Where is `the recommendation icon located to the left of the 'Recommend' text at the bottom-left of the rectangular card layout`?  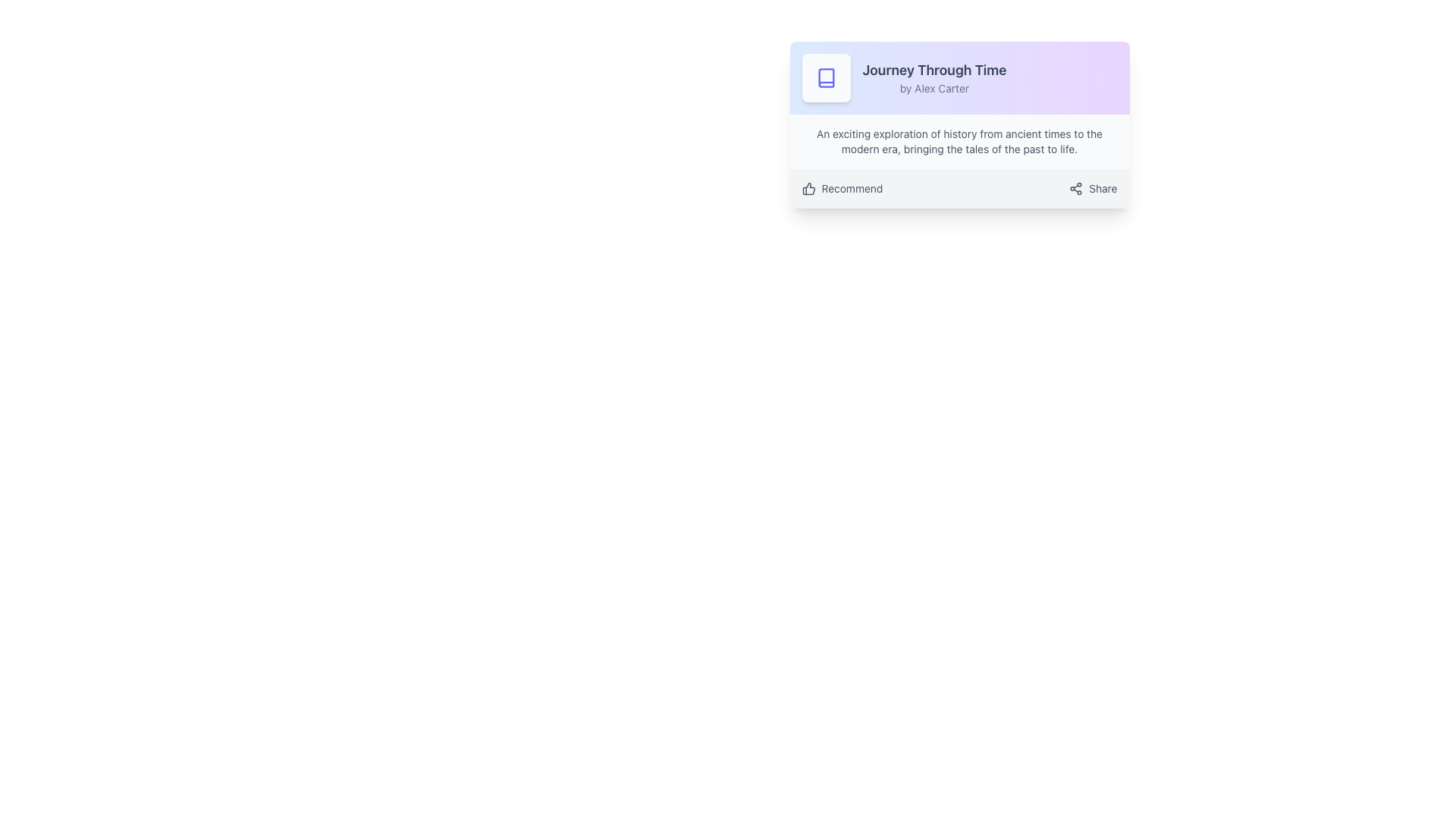 the recommendation icon located to the left of the 'Recommend' text at the bottom-left of the rectangular card layout is located at coordinates (808, 188).